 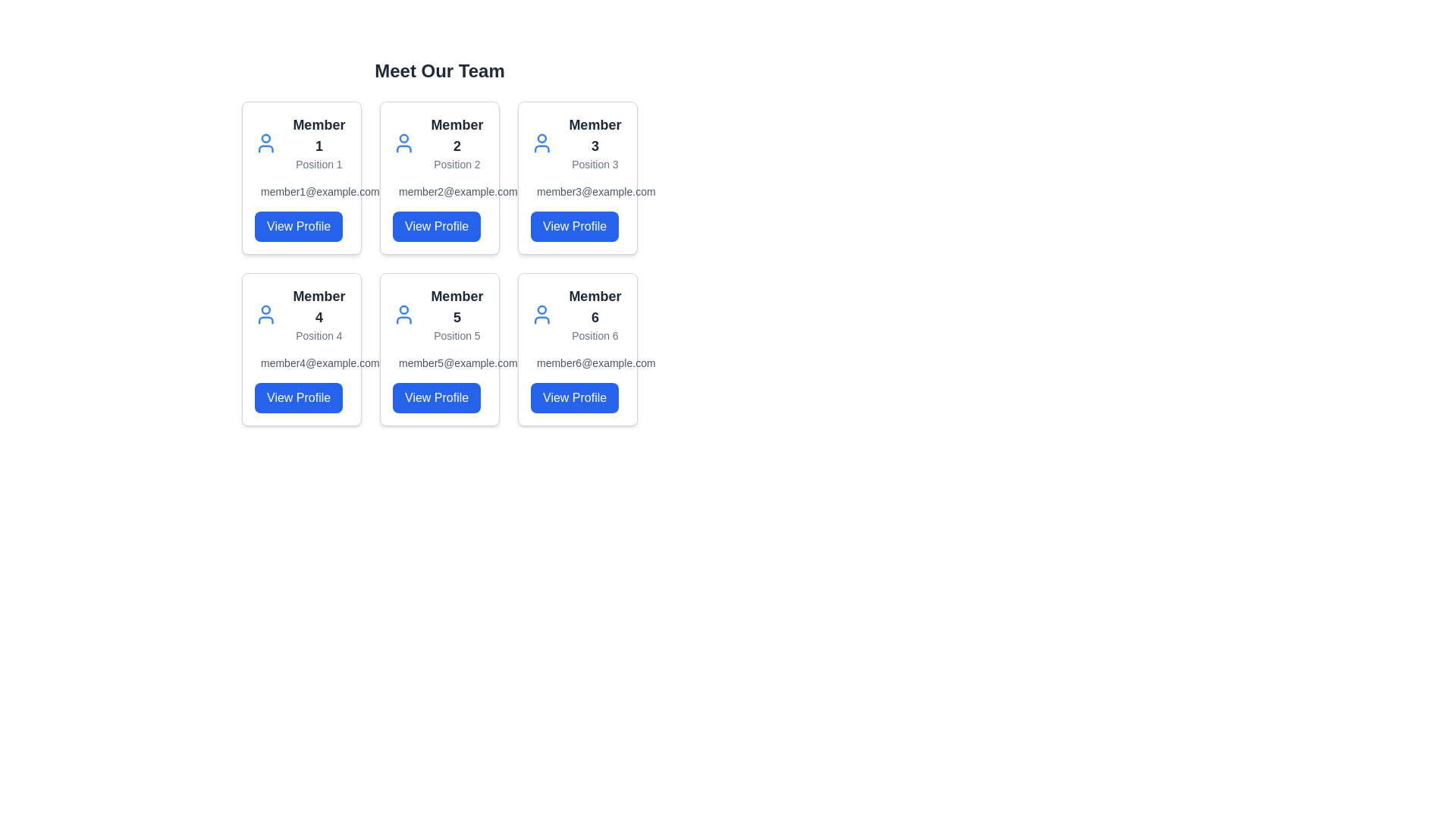 What do you see at coordinates (541, 314) in the screenshot?
I see `the user profile icon located in the second row, third column of the grid layout` at bounding box center [541, 314].